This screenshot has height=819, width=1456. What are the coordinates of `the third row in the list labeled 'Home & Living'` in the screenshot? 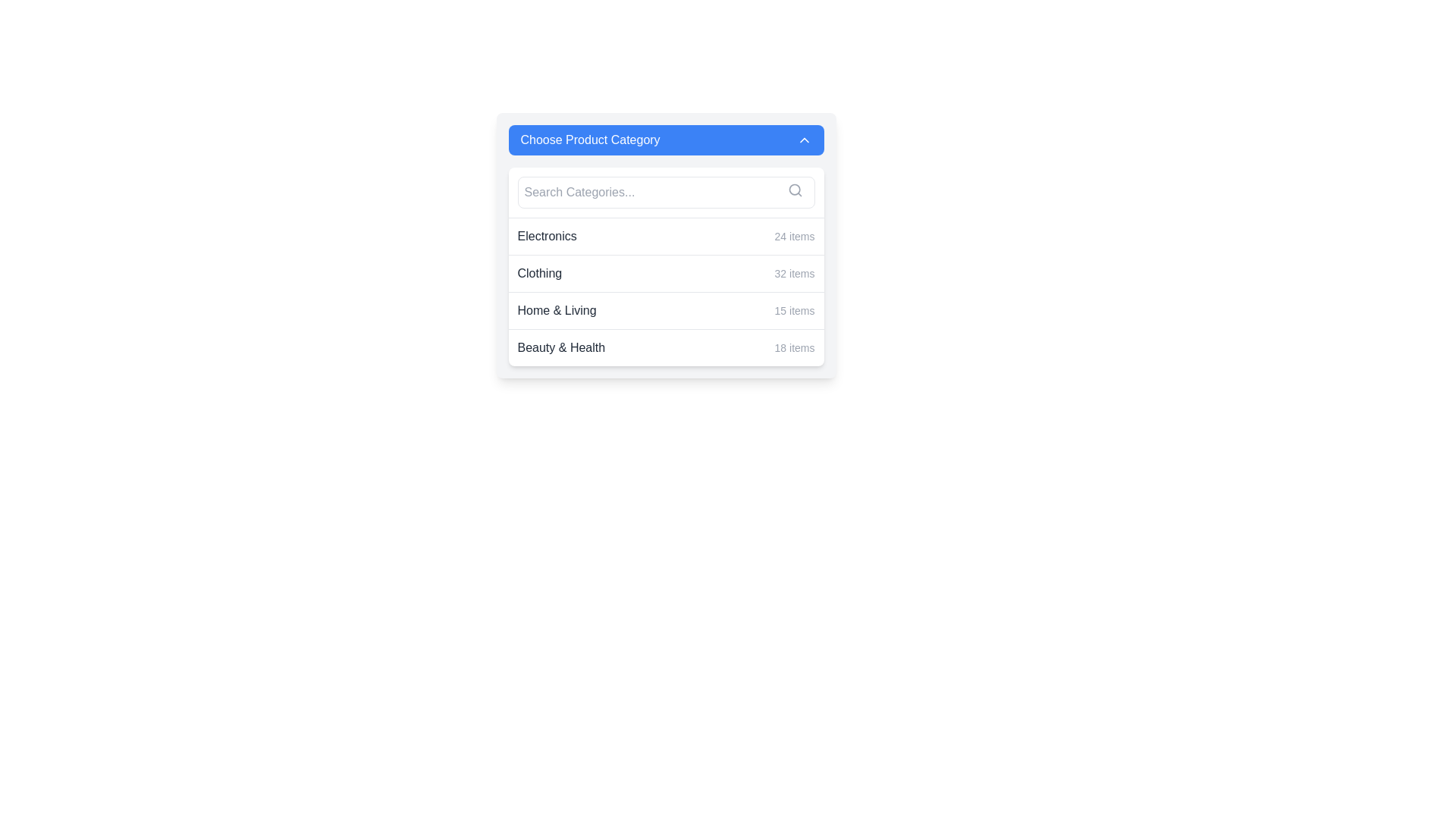 It's located at (666, 309).